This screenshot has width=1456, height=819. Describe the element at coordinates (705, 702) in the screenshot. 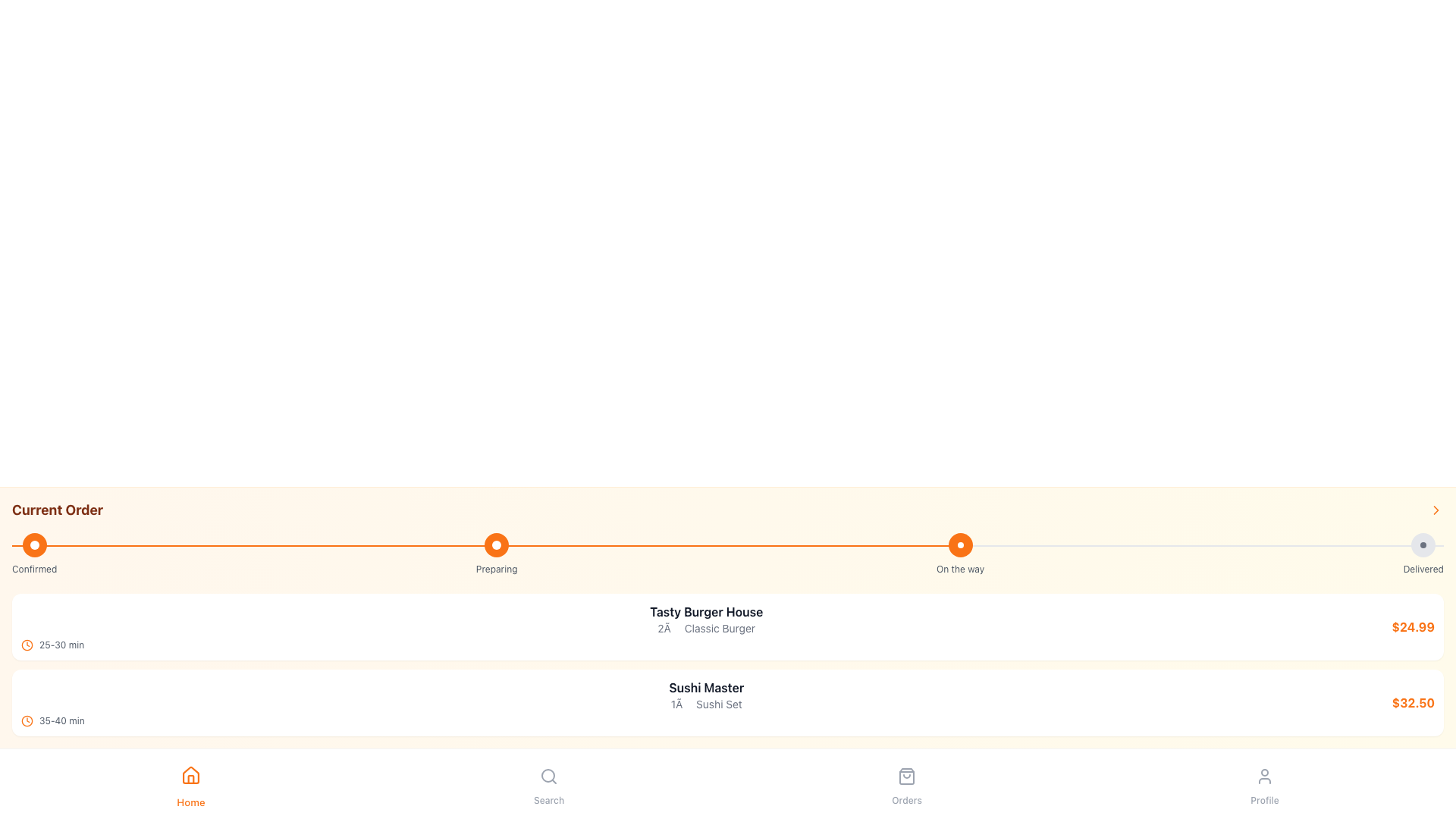

I see `text from the Text block that contains 'Sushi Master', '1× Sushi Set', and '35-40 min', located in the middle section of the current order view` at that location.